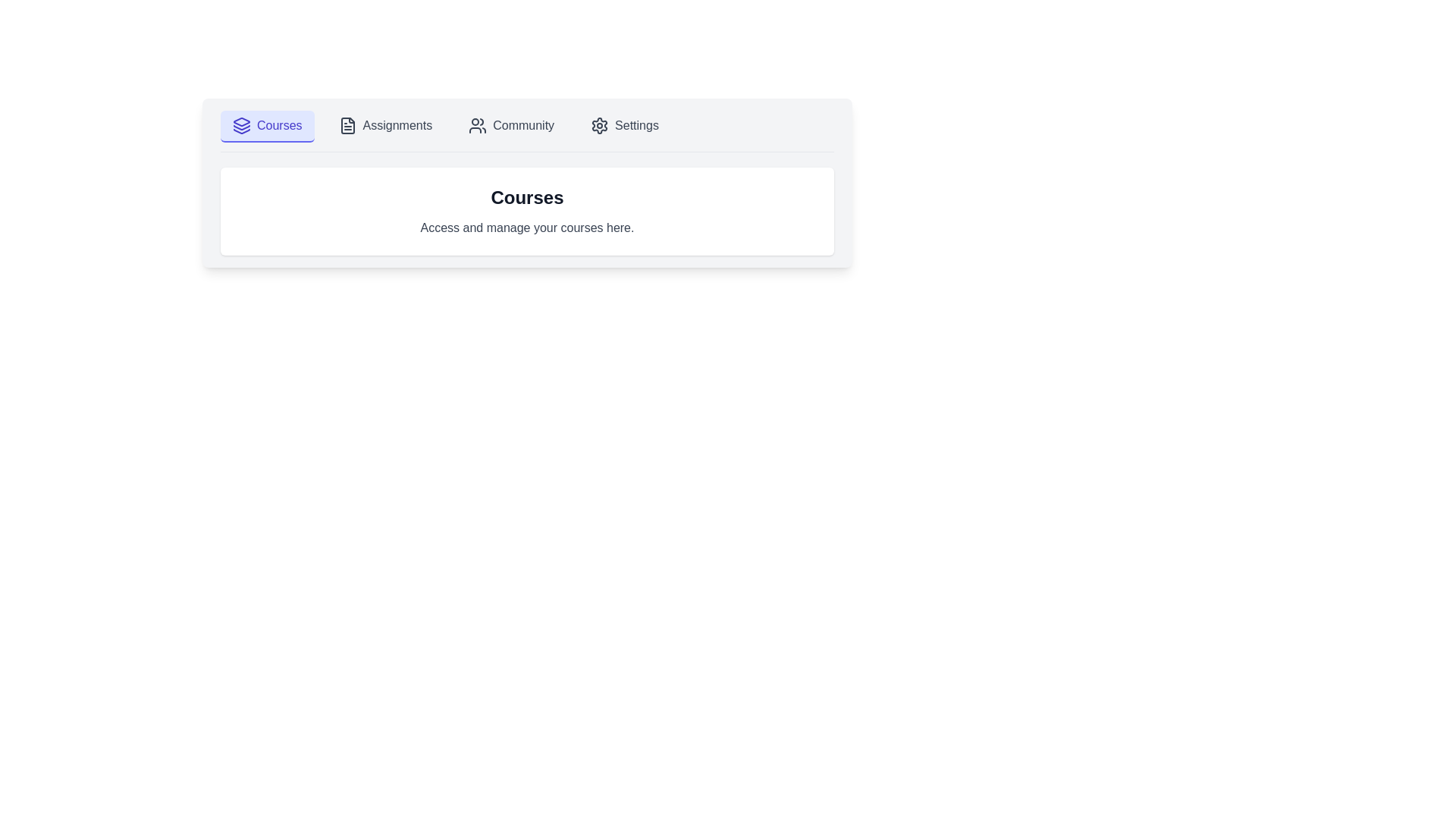  What do you see at coordinates (523, 124) in the screenshot?
I see `text of the 'Community' navigation label, which is the third item in the horizontal navigation bar located at the top of the interface` at bounding box center [523, 124].